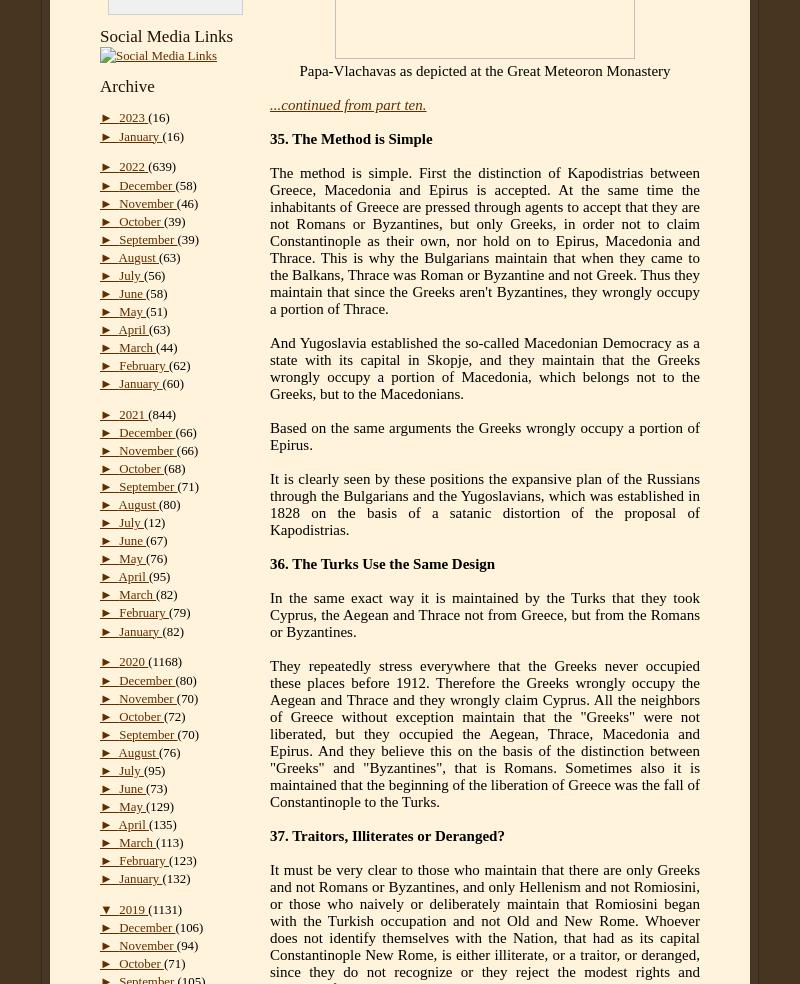 The width and height of the screenshot is (800, 984). Describe the element at coordinates (484, 733) in the screenshot. I see `'They repeatedly stress everywhere that the Greeks never occupied these places before 1912. Therefore the Greeks wrongly occupy the Aegean and Thrace and they wrongly claim Cyprus. All the neighbors of Greece without exception maintain that the "Greeks" were not liberated, but they occupied the Aegean, Thrace, Macedonia and Epirus. And they believe this on the basis of the distinction between "Greeks" and "Byzantines", that is Romans. Sometimes also it is maintained that the beginning of the liberation of Greece was the fall of Constantinople to the Turks.'` at that location.